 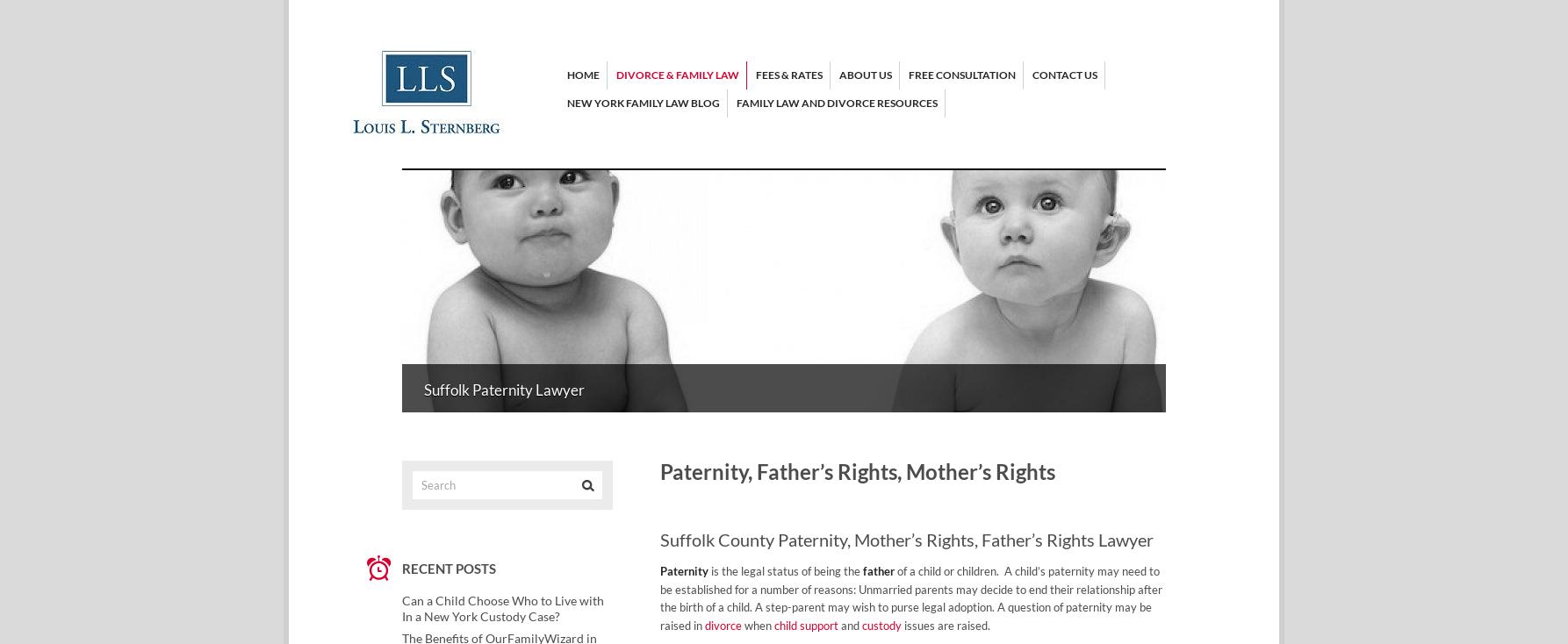 I want to click on 'About Us', so click(x=839, y=75).